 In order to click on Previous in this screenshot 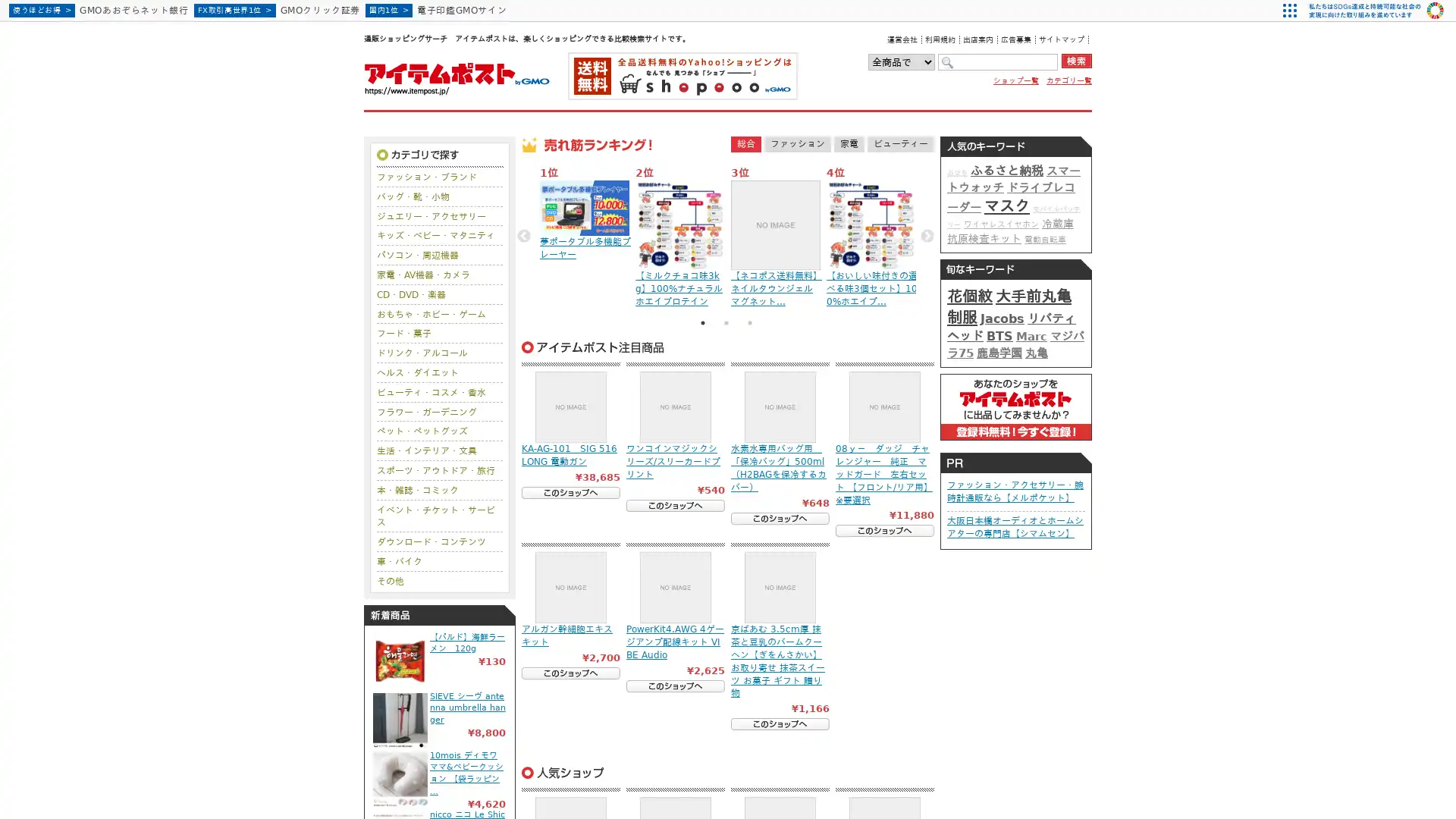, I will do `click(524, 237)`.